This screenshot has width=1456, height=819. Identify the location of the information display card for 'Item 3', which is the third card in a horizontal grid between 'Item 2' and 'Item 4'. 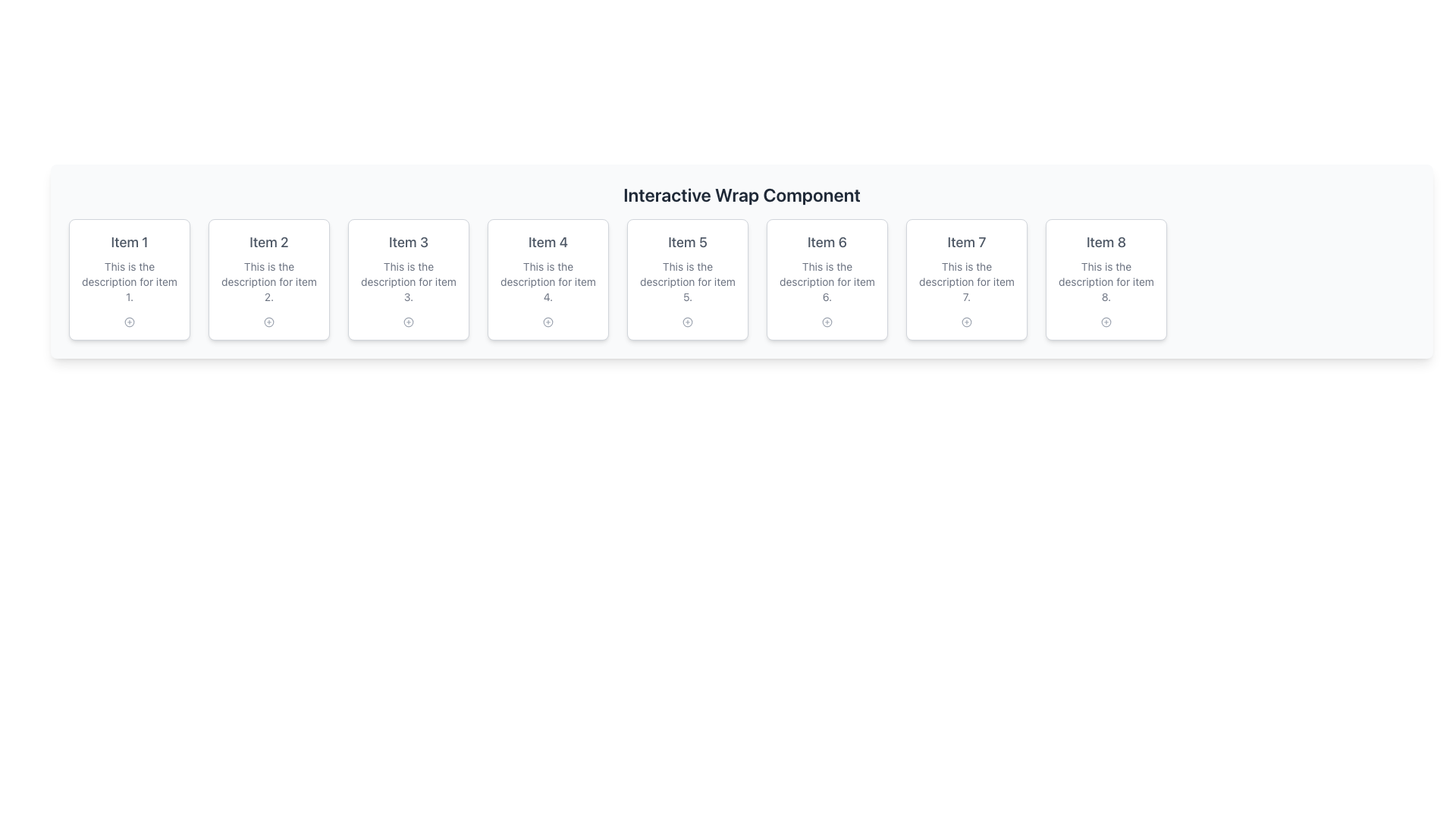
(408, 280).